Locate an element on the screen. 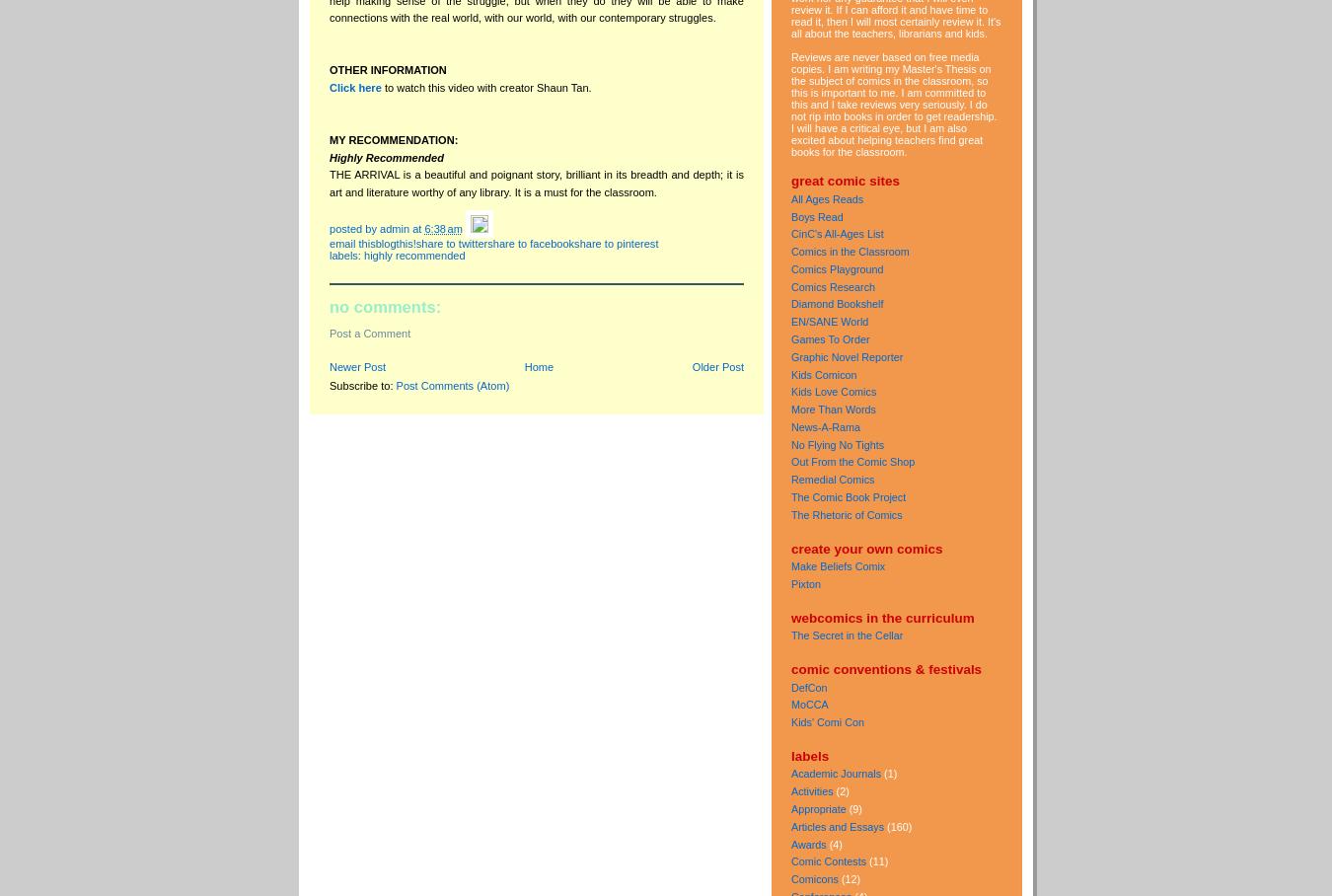  'Comicons' is located at coordinates (814, 879).